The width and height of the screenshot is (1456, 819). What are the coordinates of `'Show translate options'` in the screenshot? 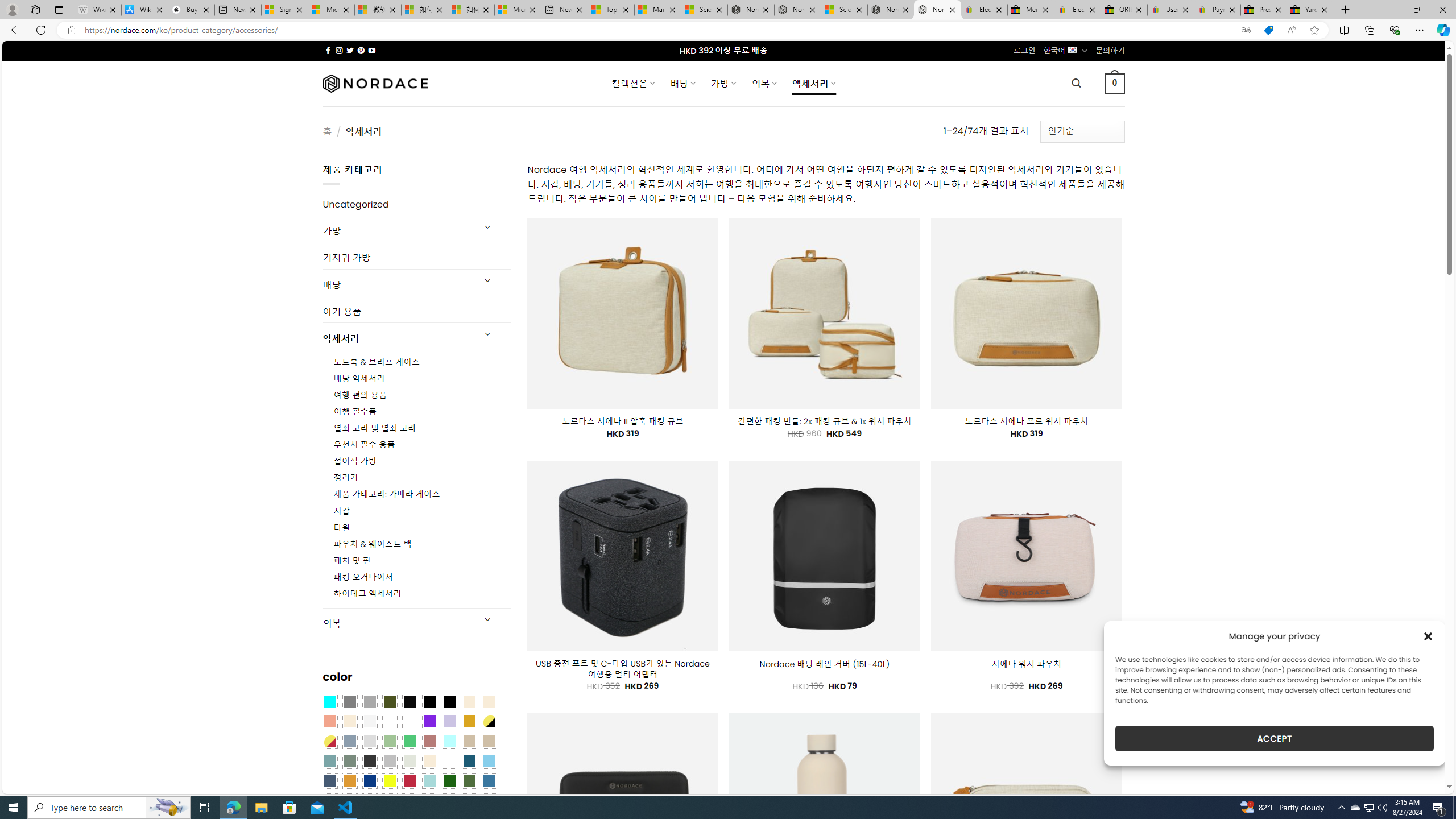 It's located at (1246, 30).